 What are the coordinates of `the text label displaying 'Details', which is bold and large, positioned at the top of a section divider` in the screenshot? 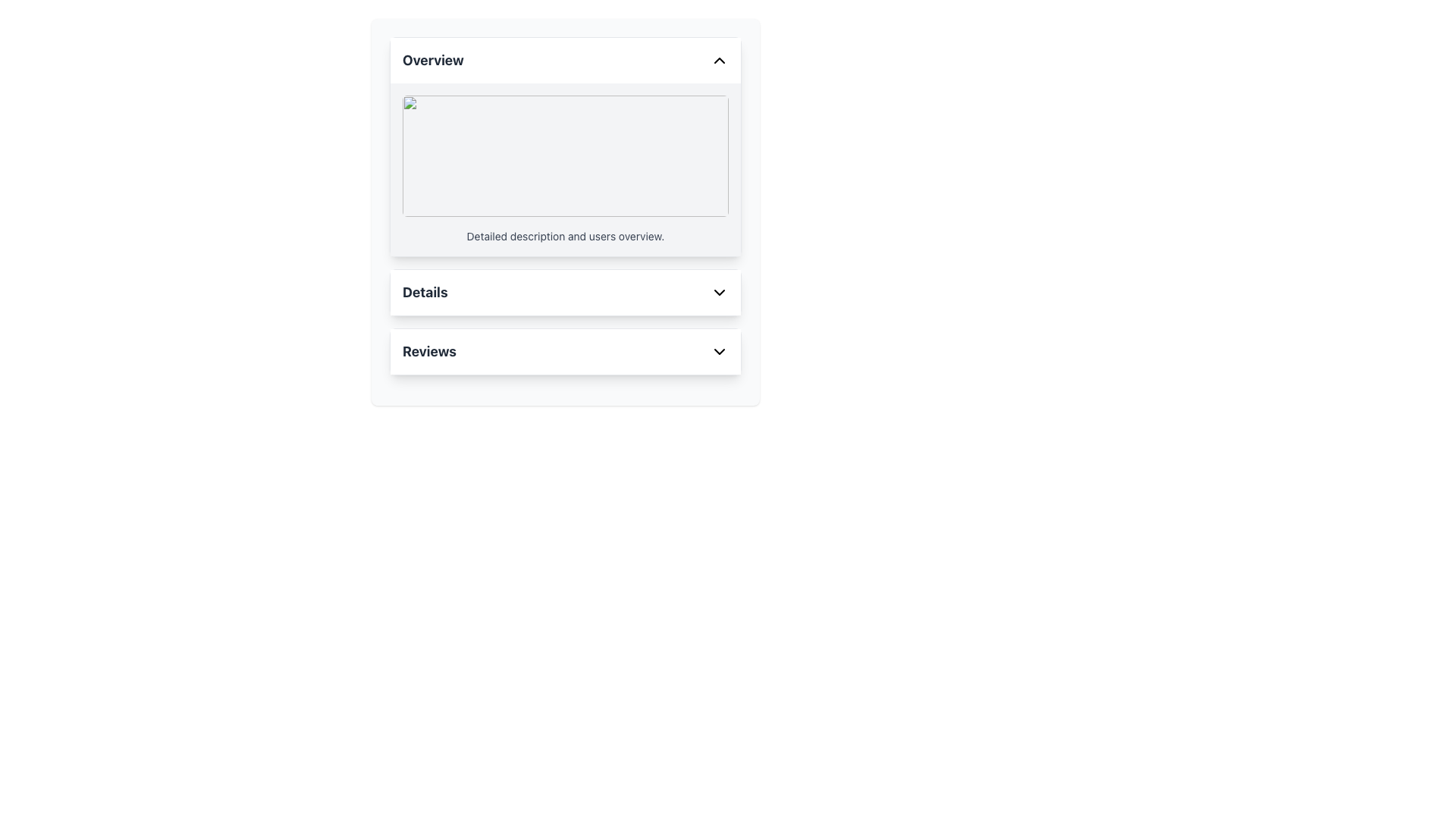 It's located at (425, 292).